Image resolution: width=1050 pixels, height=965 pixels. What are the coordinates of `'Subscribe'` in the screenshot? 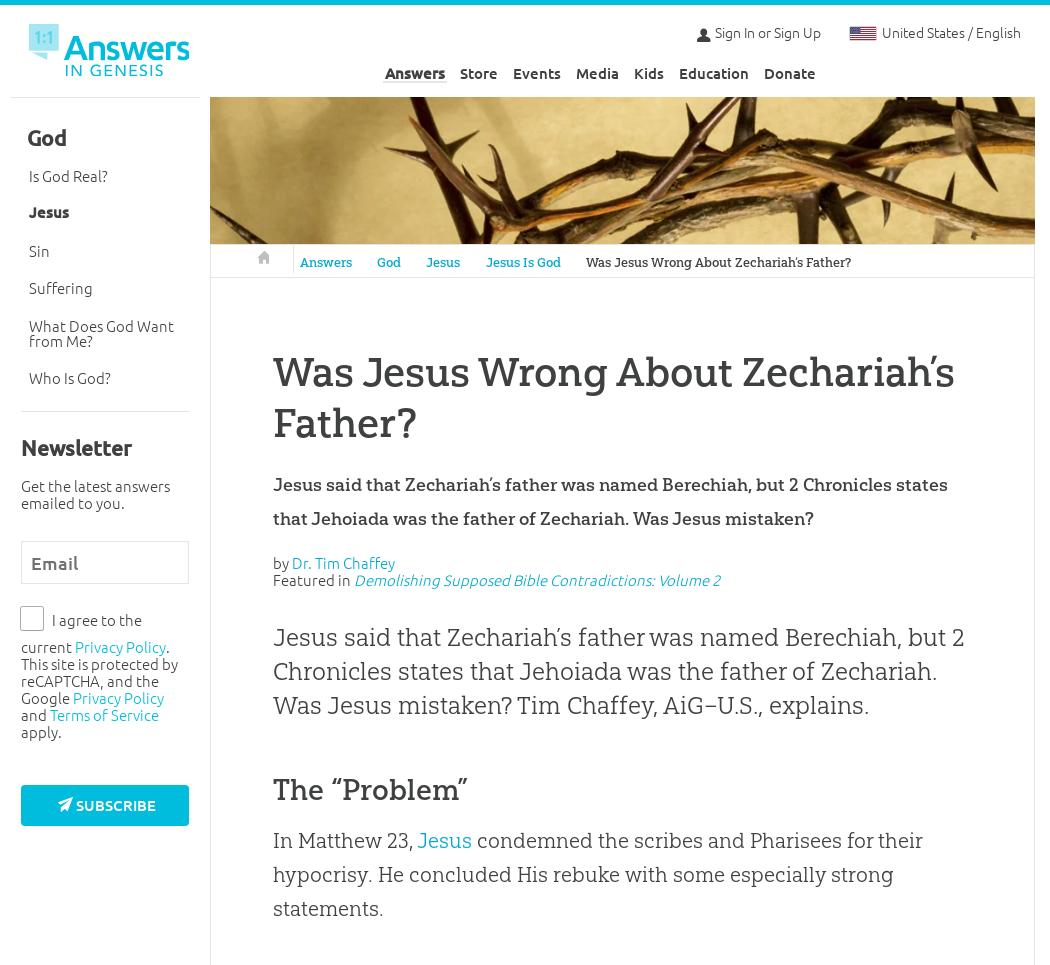 It's located at (76, 804).